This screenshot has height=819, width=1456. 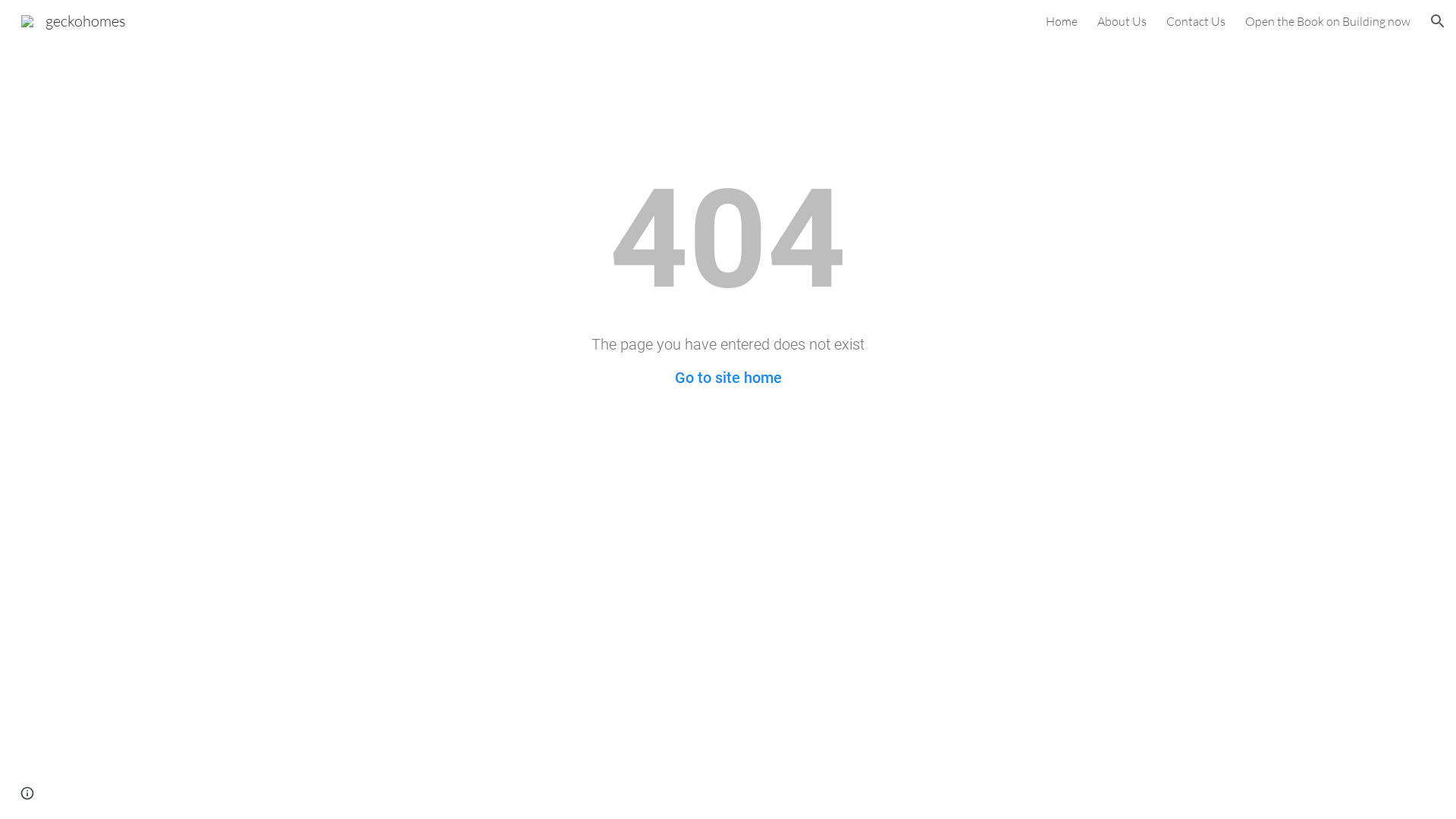 I want to click on 'Go to site home', so click(x=728, y=376).